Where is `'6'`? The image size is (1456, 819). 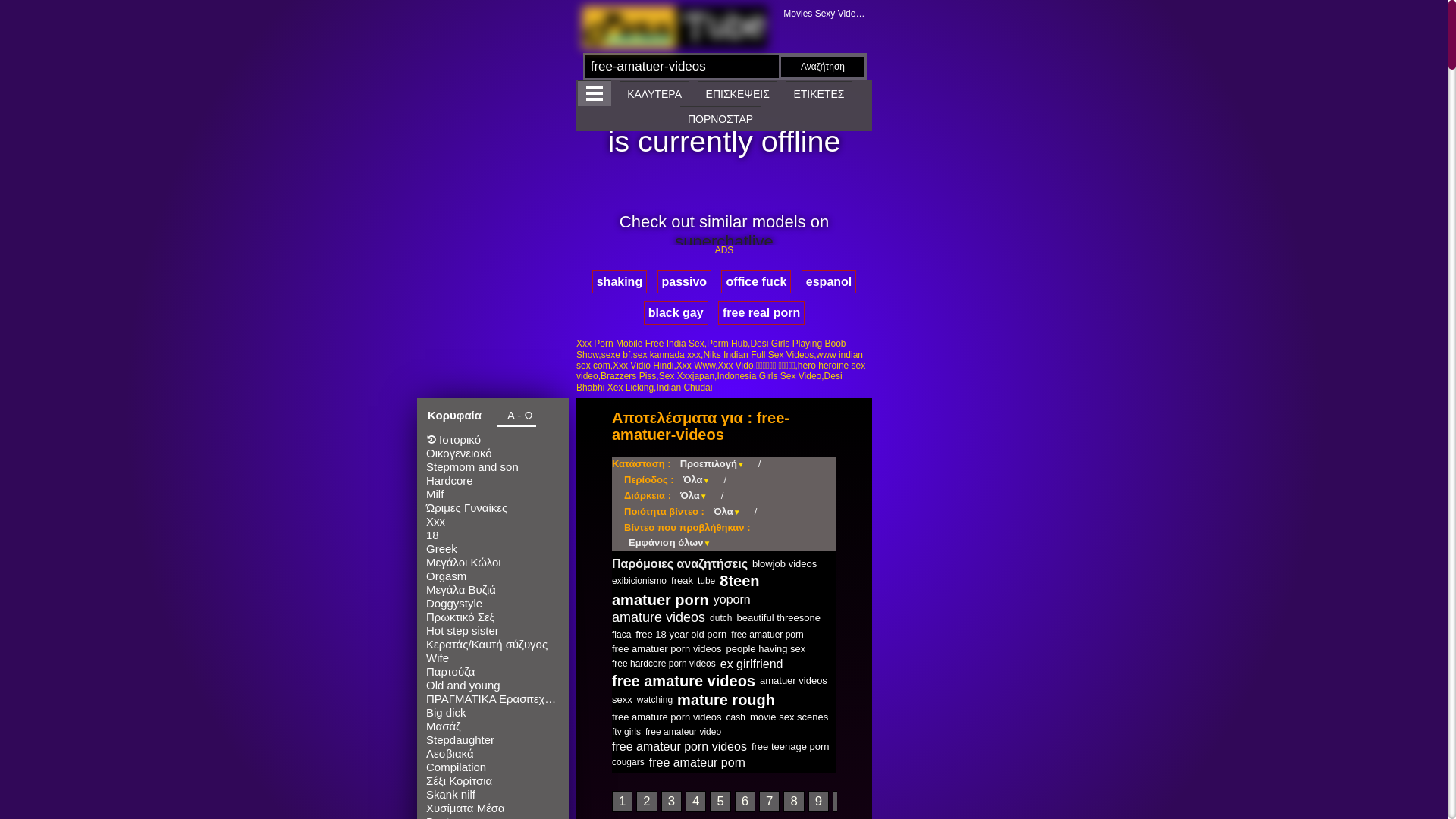
'6' is located at coordinates (735, 800).